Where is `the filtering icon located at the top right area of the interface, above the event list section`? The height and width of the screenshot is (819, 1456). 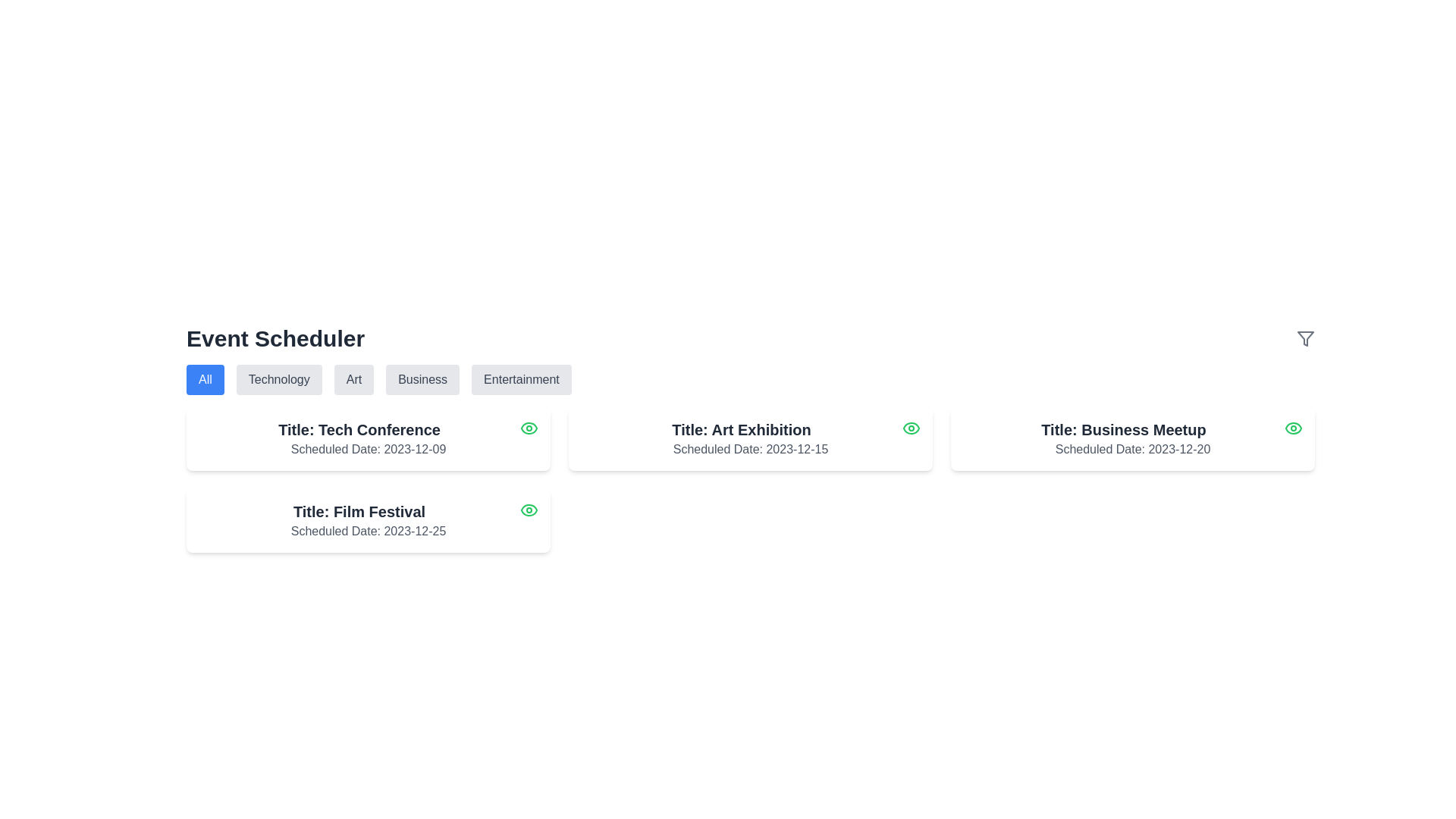 the filtering icon located at the top right area of the interface, above the event list section is located at coordinates (1305, 338).